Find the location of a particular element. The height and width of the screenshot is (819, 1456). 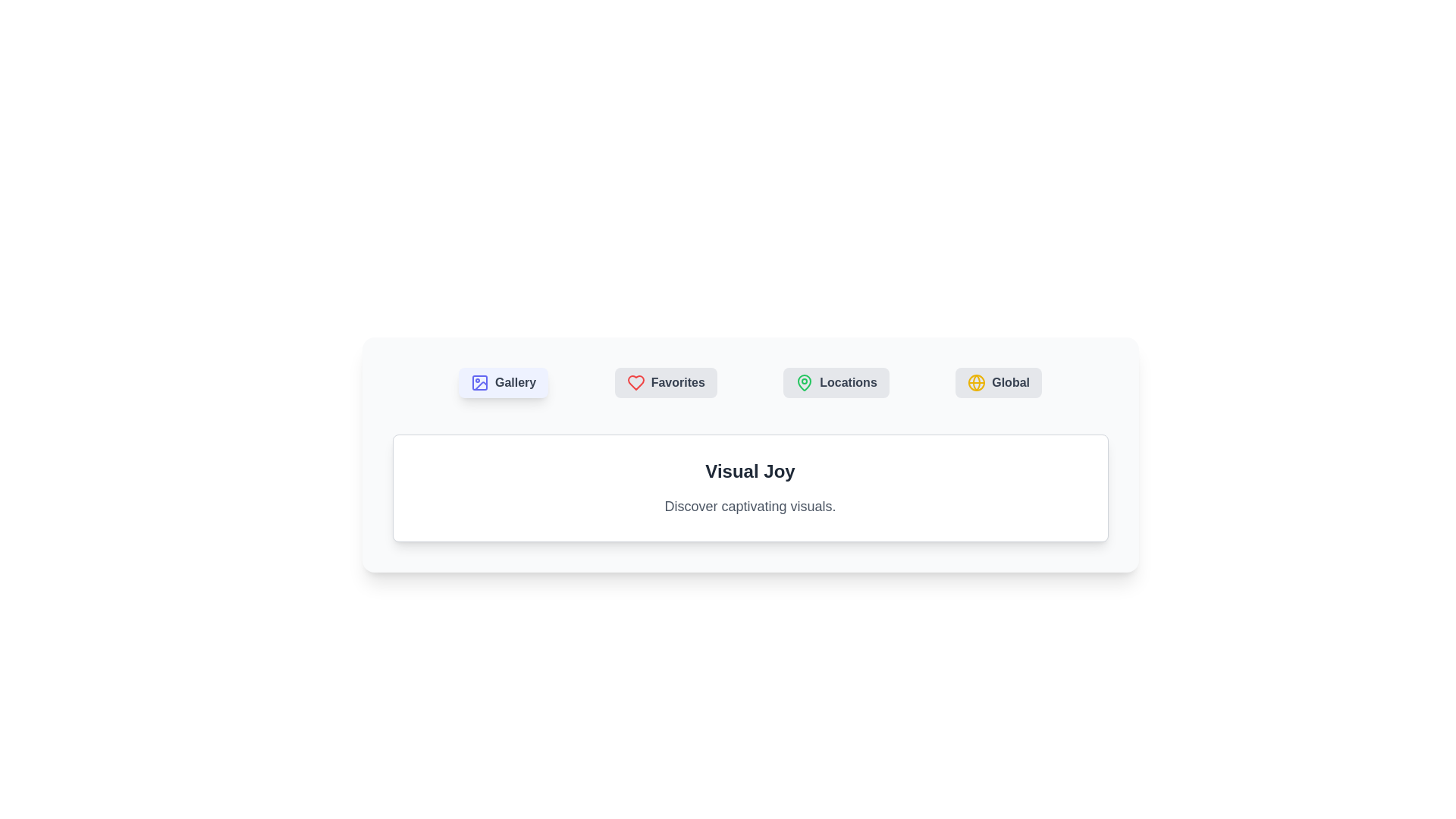

the Favorites tab to switch content is located at coordinates (666, 382).